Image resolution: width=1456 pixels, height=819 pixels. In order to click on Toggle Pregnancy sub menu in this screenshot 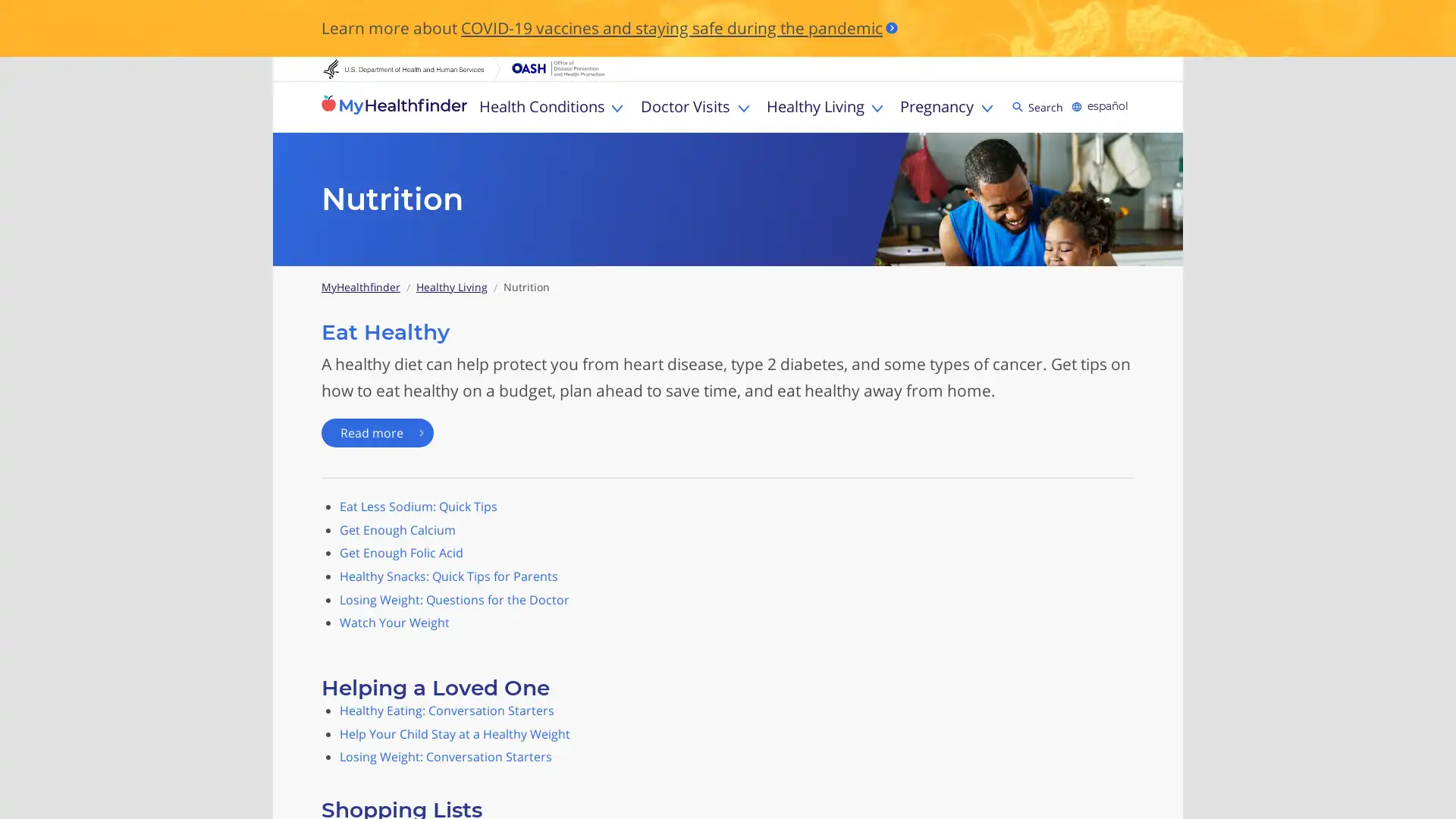, I will do `click(987, 106)`.